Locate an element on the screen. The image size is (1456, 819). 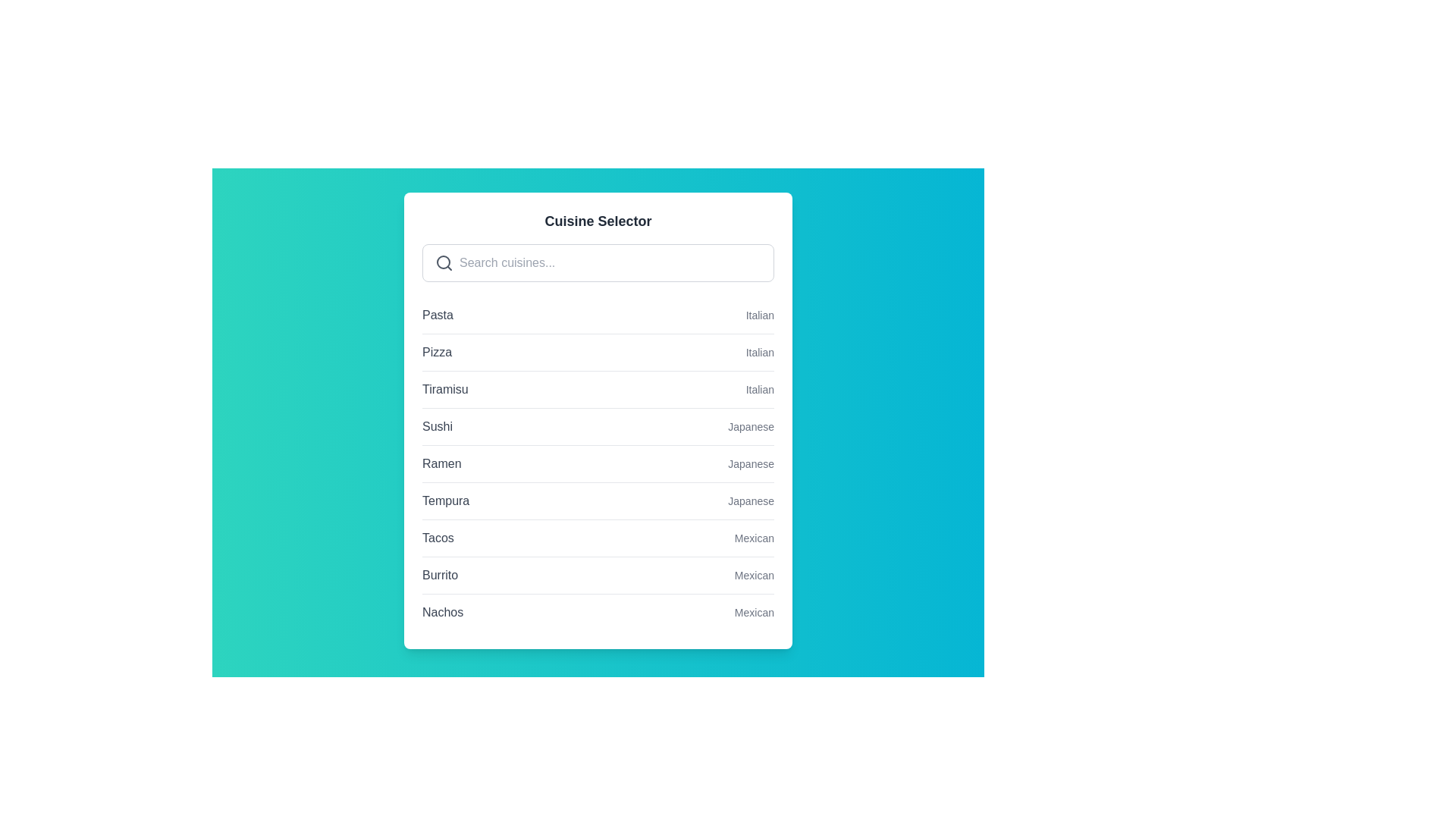
the circular lens of the search icon located inside the left side of the top input area labeled 'Search cuisines...' is located at coordinates (443, 262).